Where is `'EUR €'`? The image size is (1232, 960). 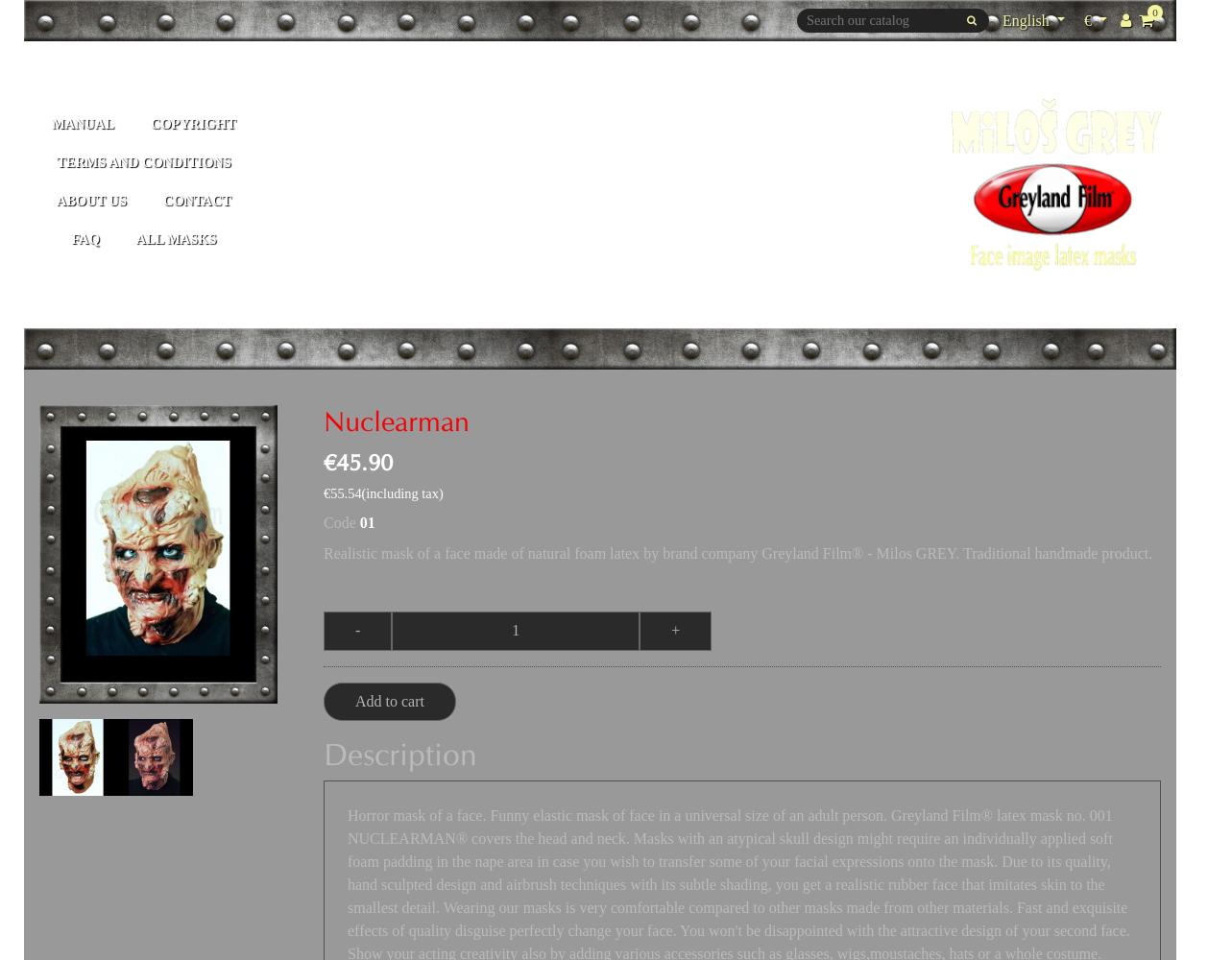
'EUR €' is located at coordinates (1121, 94).